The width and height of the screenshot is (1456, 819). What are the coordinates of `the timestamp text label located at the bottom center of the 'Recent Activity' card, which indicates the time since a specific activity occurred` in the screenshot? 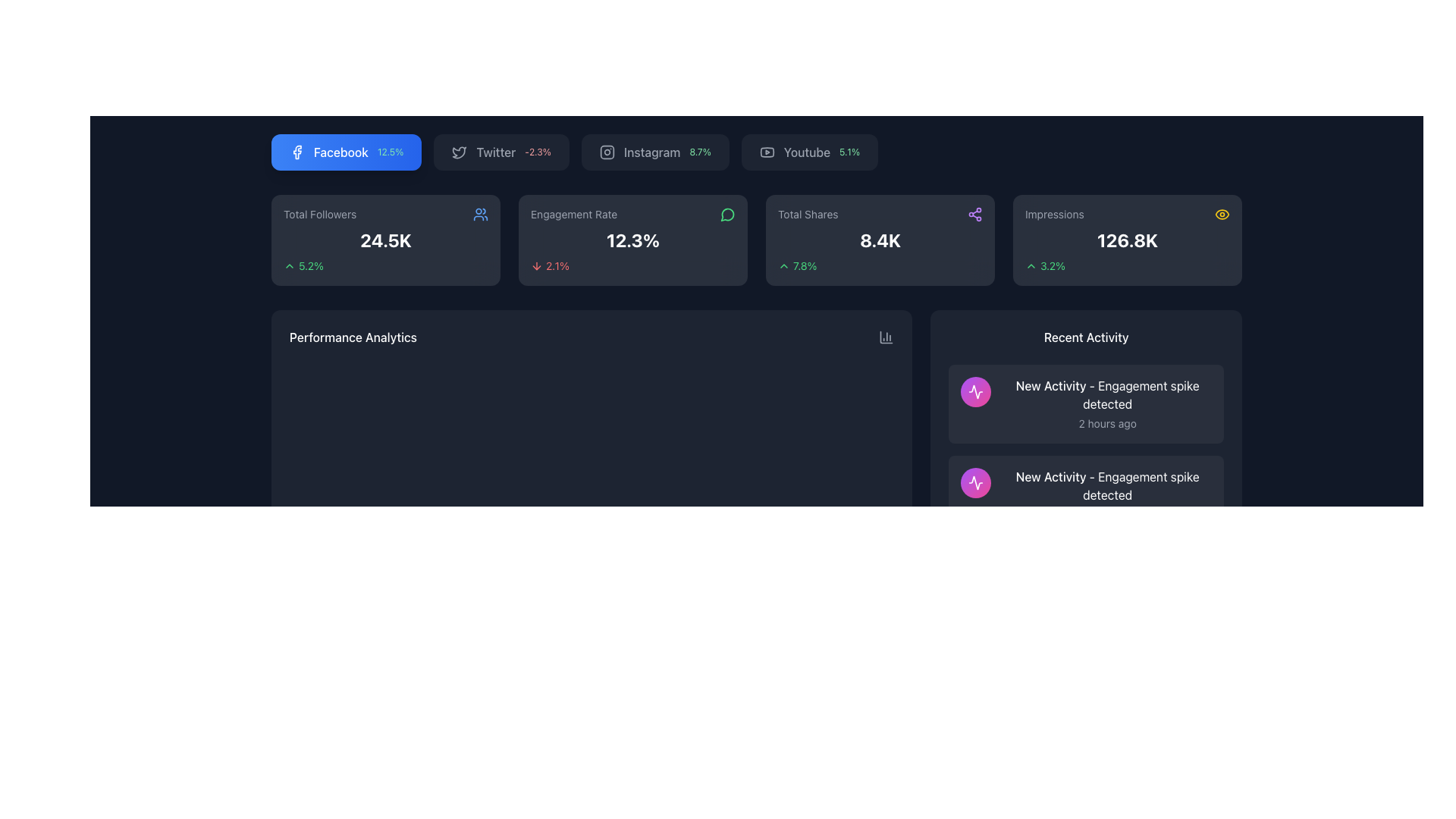 It's located at (1107, 424).